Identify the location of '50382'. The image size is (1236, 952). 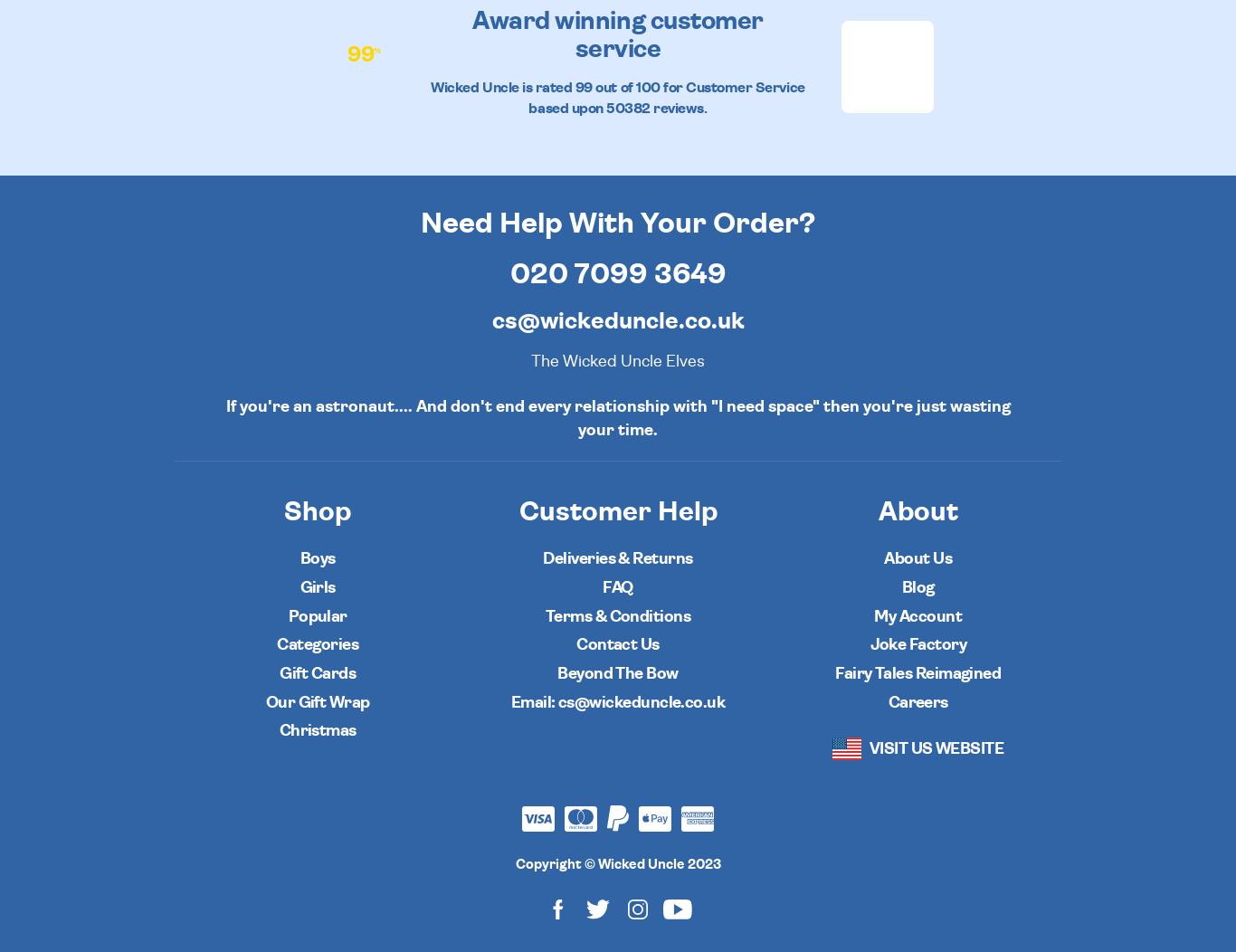
(628, 109).